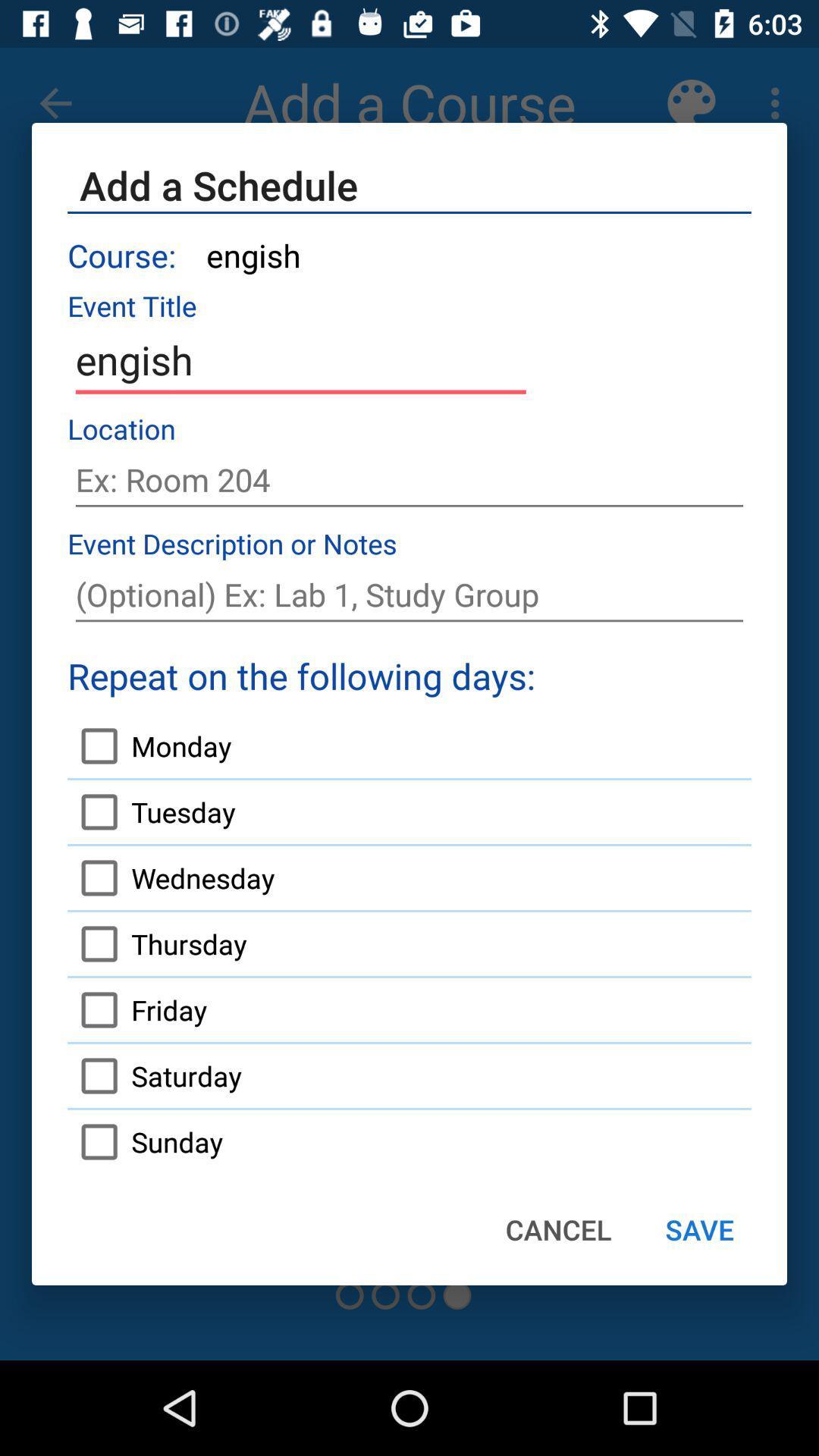 The image size is (819, 1456). Describe the element at coordinates (157, 943) in the screenshot. I see `thursday icon` at that location.